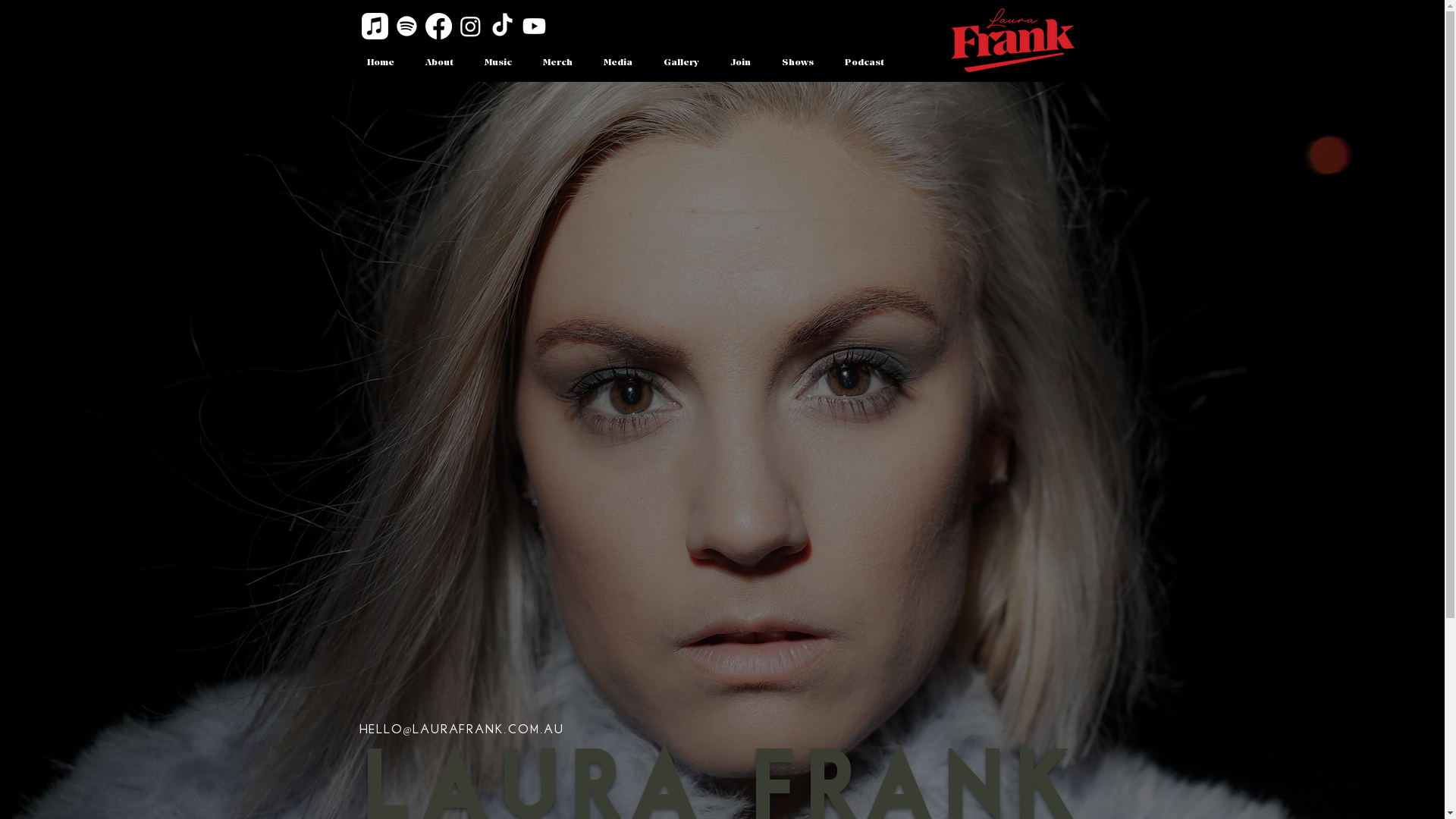 The width and height of the screenshot is (1456, 819). I want to click on 'Media', so click(618, 62).